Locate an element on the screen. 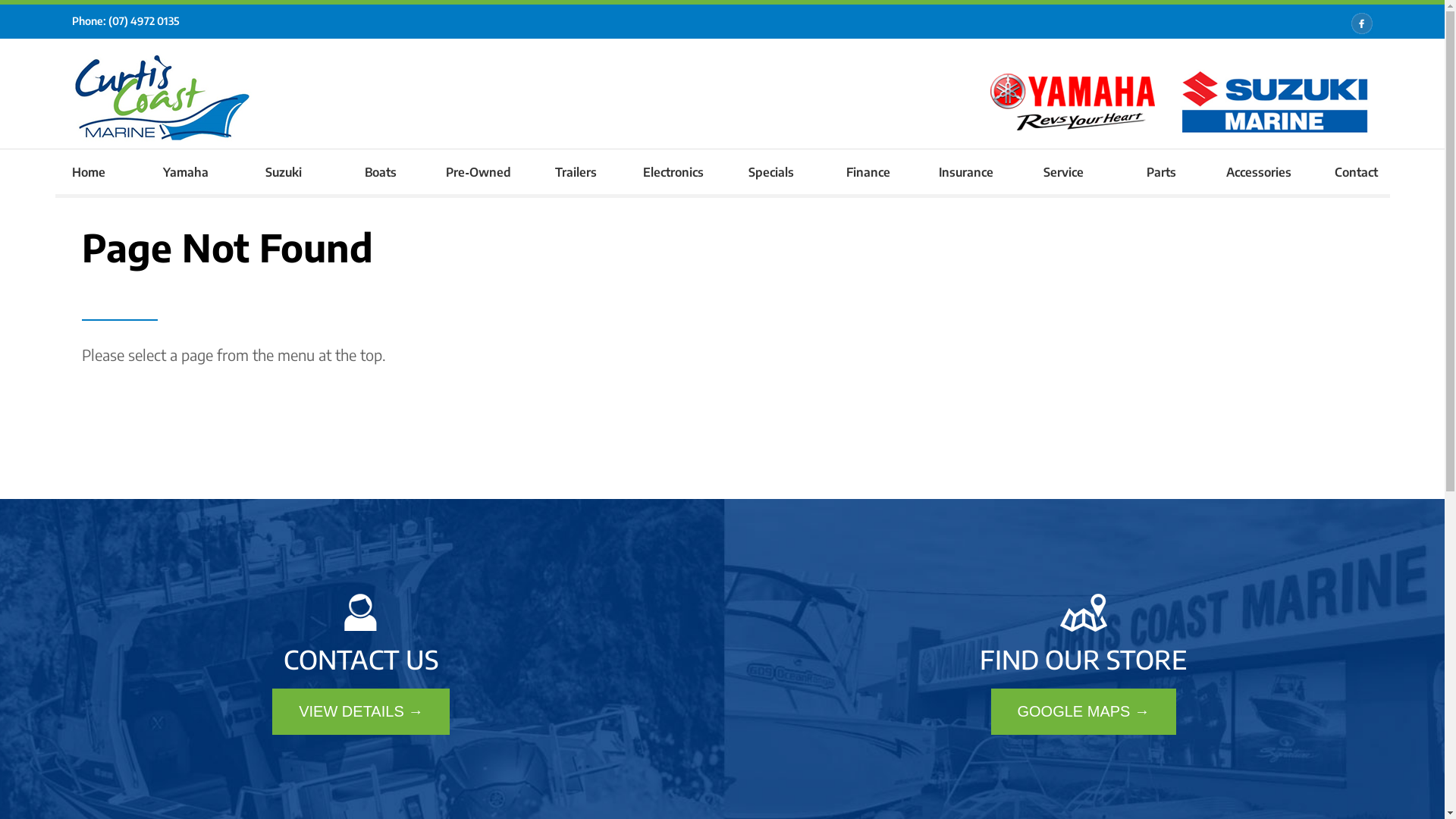  'Parts' is located at coordinates (1160, 171).